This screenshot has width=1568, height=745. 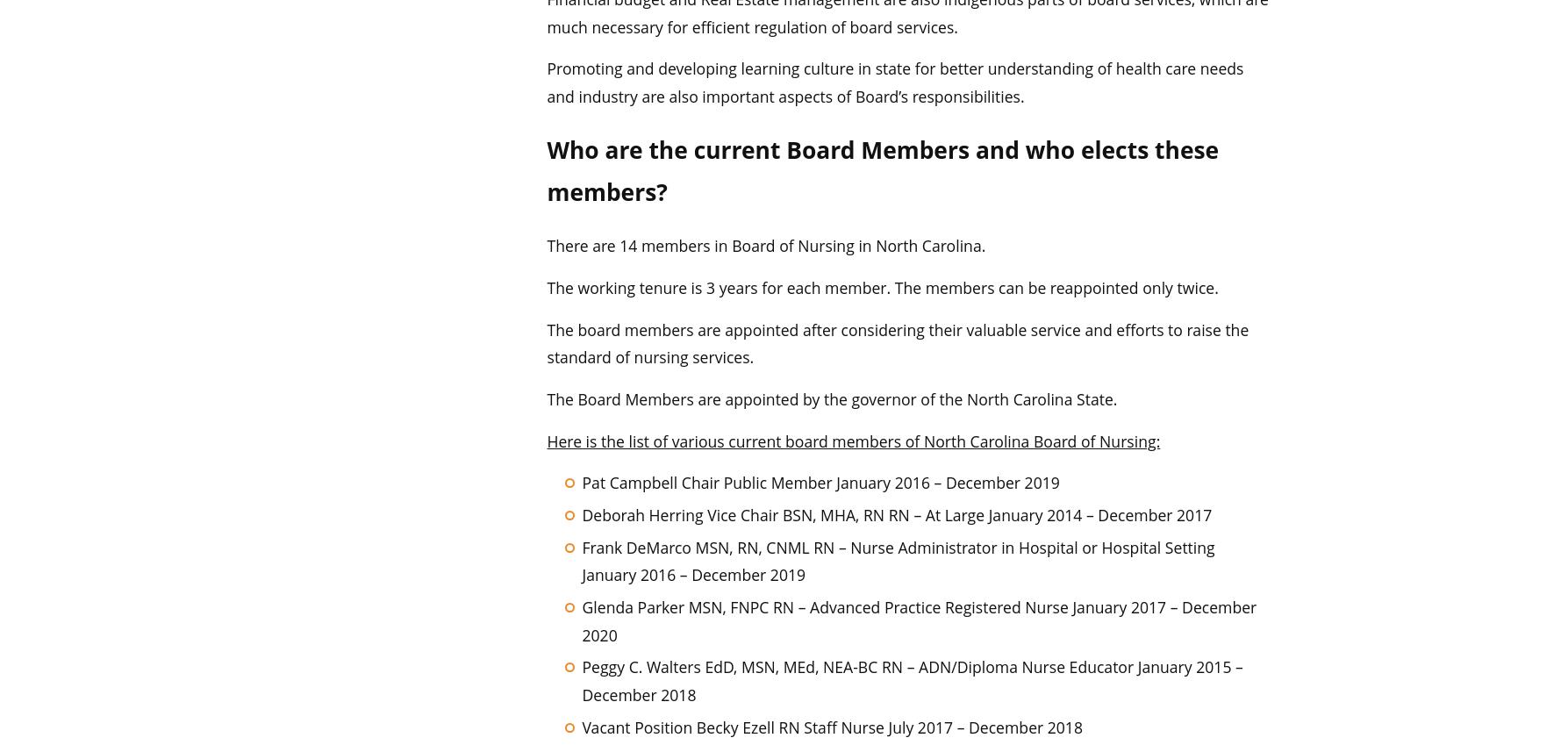 What do you see at coordinates (545, 169) in the screenshot?
I see `'Who are the current Board Members and who elects these members?'` at bounding box center [545, 169].